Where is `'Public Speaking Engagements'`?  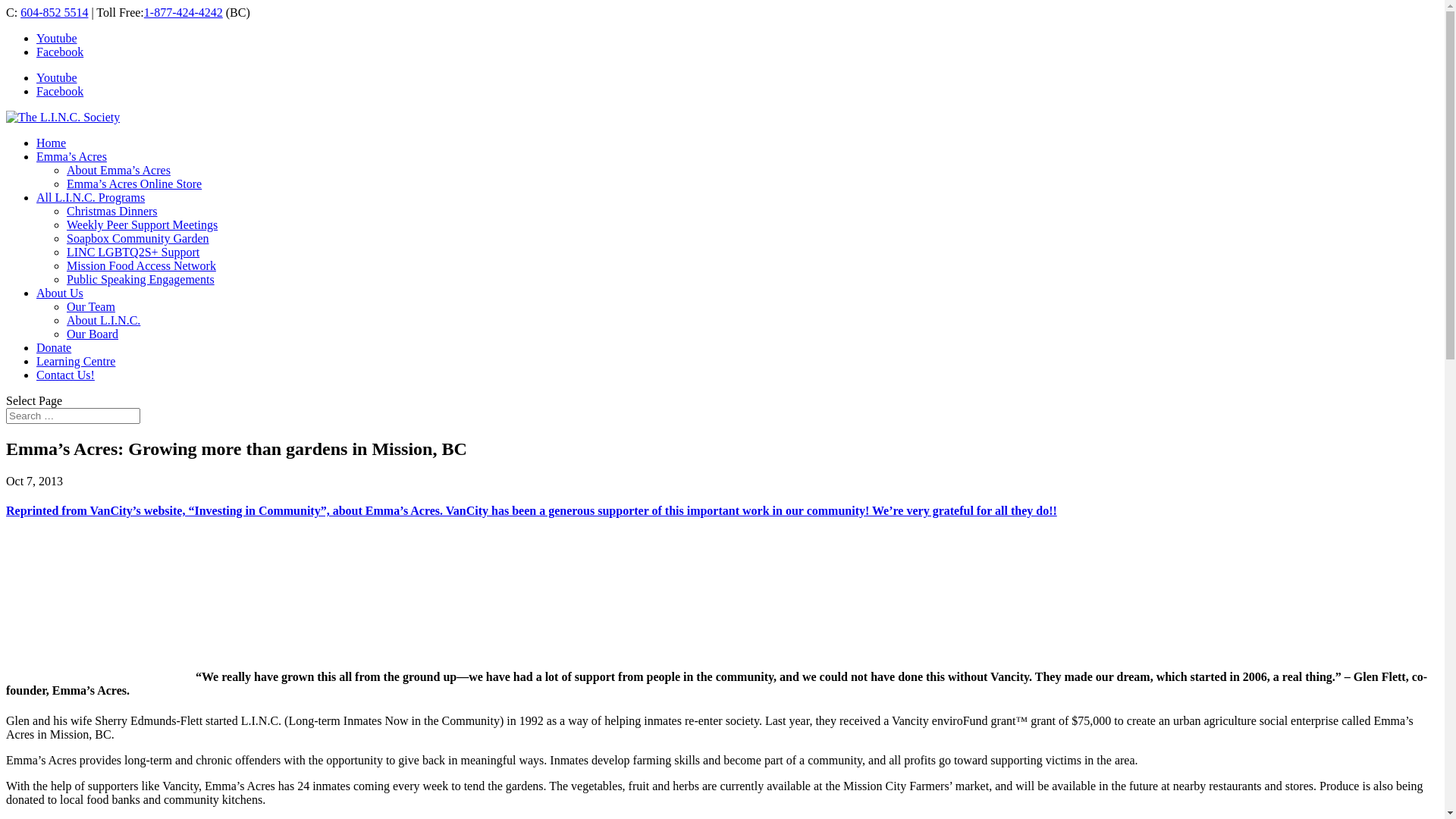
'Public Speaking Engagements' is located at coordinates (140, 279).